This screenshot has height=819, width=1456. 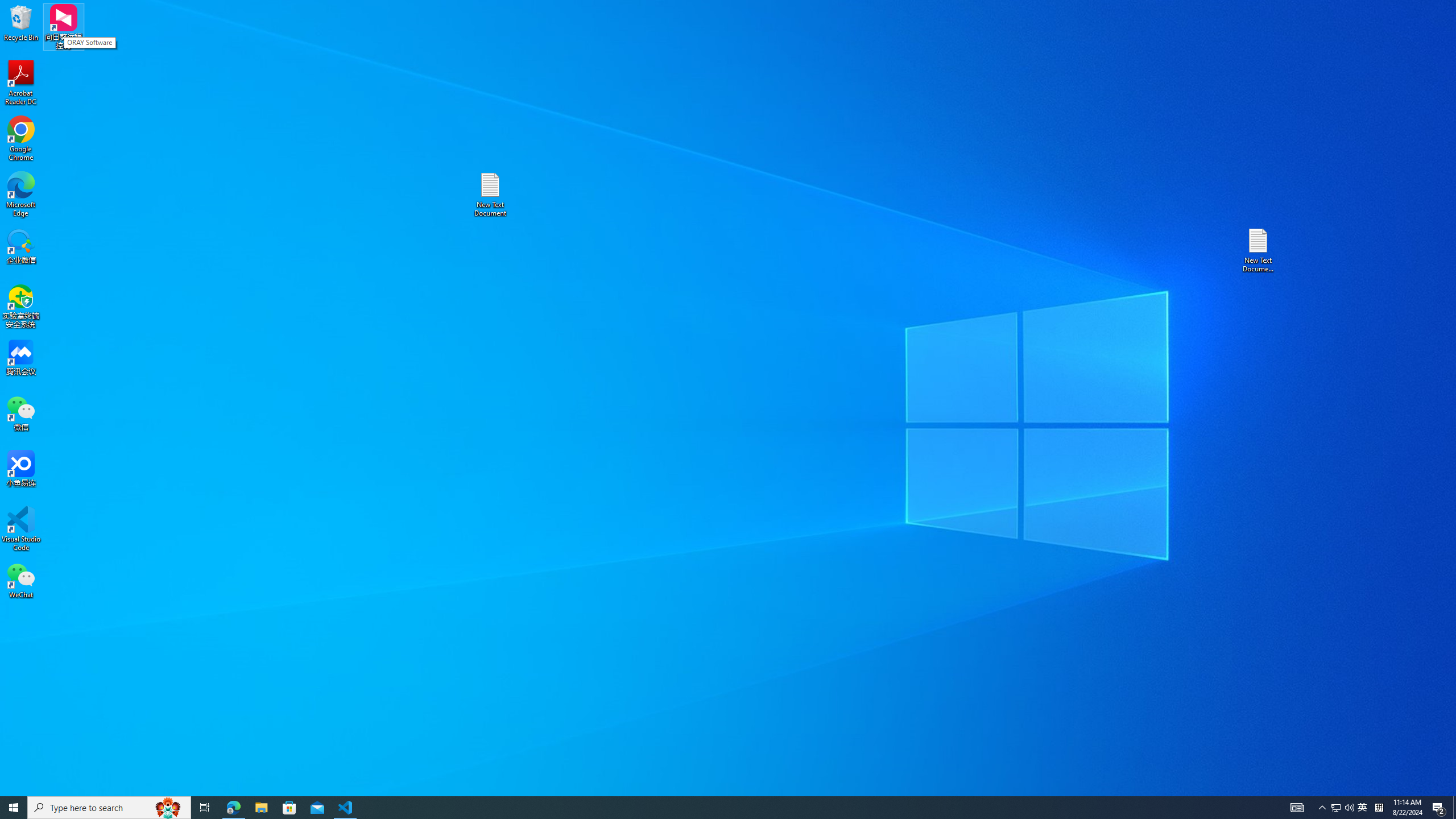 I want to click on 'Recycle Bin', so click(x=20, y=22).